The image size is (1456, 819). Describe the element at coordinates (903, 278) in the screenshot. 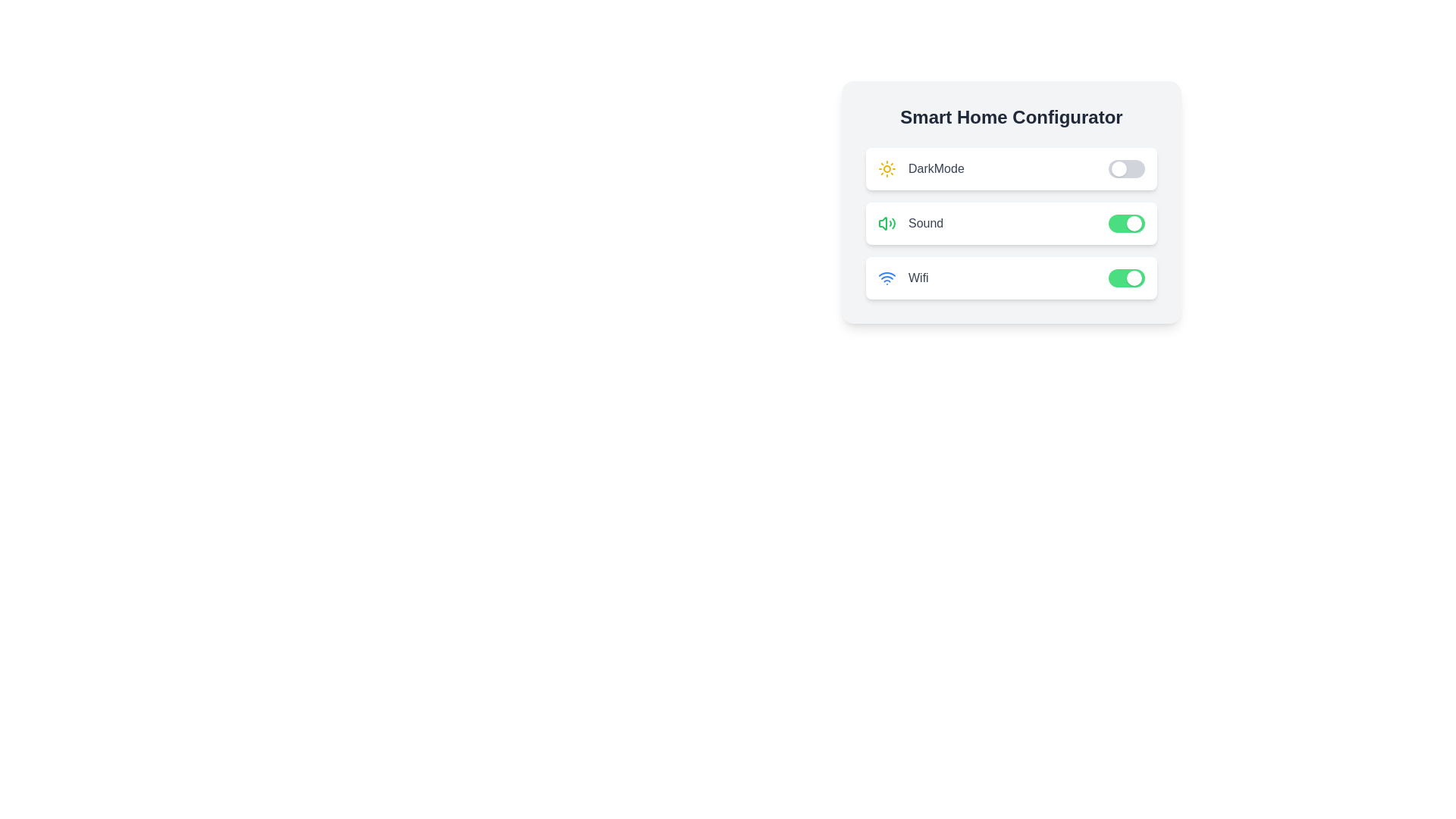

I see `the Wi-Fi configuration label with icon in the 'Smart Home Configurator' card, located in the third row to the leftmost side` at that location.